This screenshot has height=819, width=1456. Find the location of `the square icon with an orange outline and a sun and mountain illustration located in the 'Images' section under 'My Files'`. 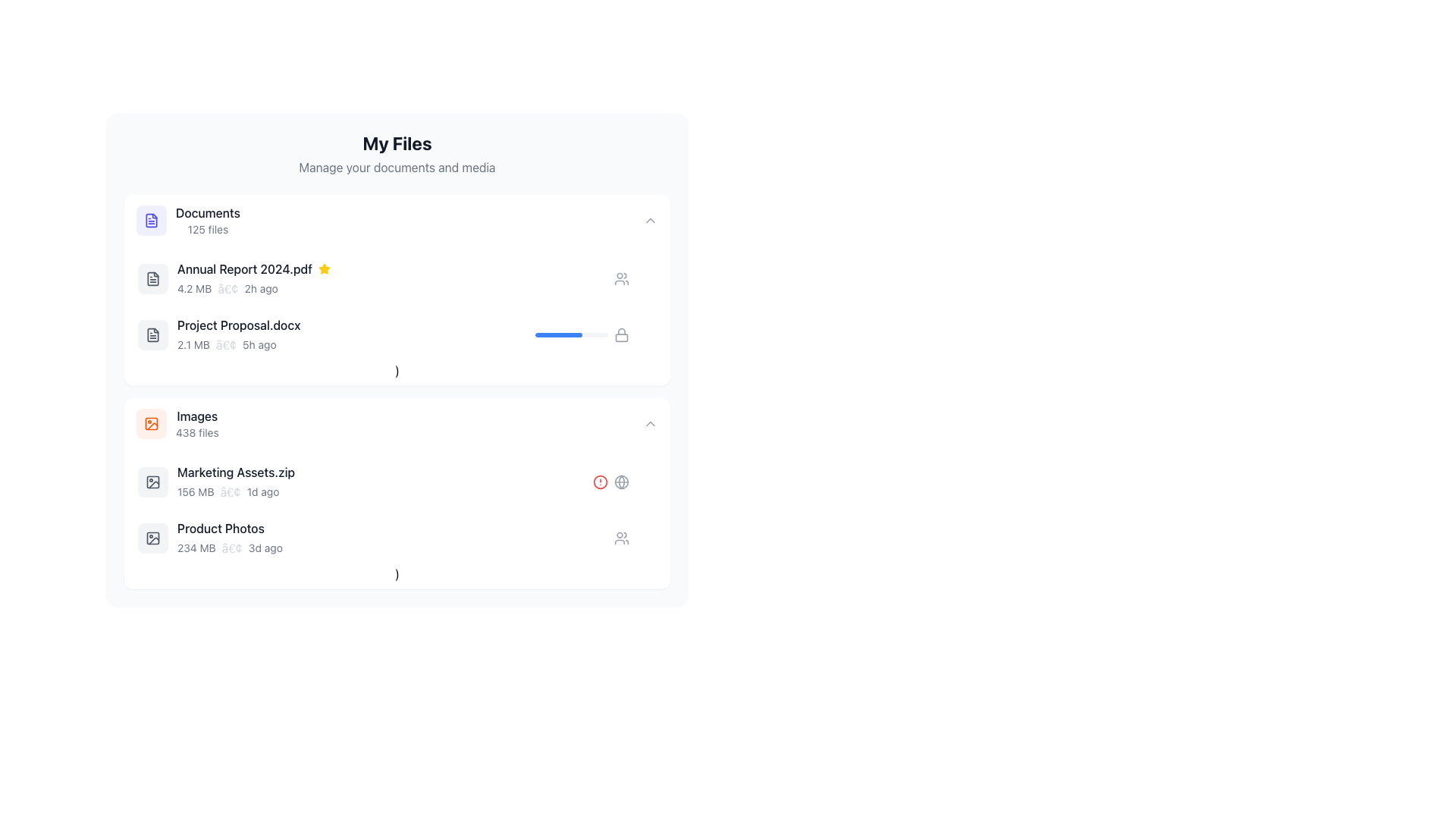

the square icon with an orange outline and a sun and mountain illustration located in the 'Images' section under 'My Files' is located at coordinates (152, 424).